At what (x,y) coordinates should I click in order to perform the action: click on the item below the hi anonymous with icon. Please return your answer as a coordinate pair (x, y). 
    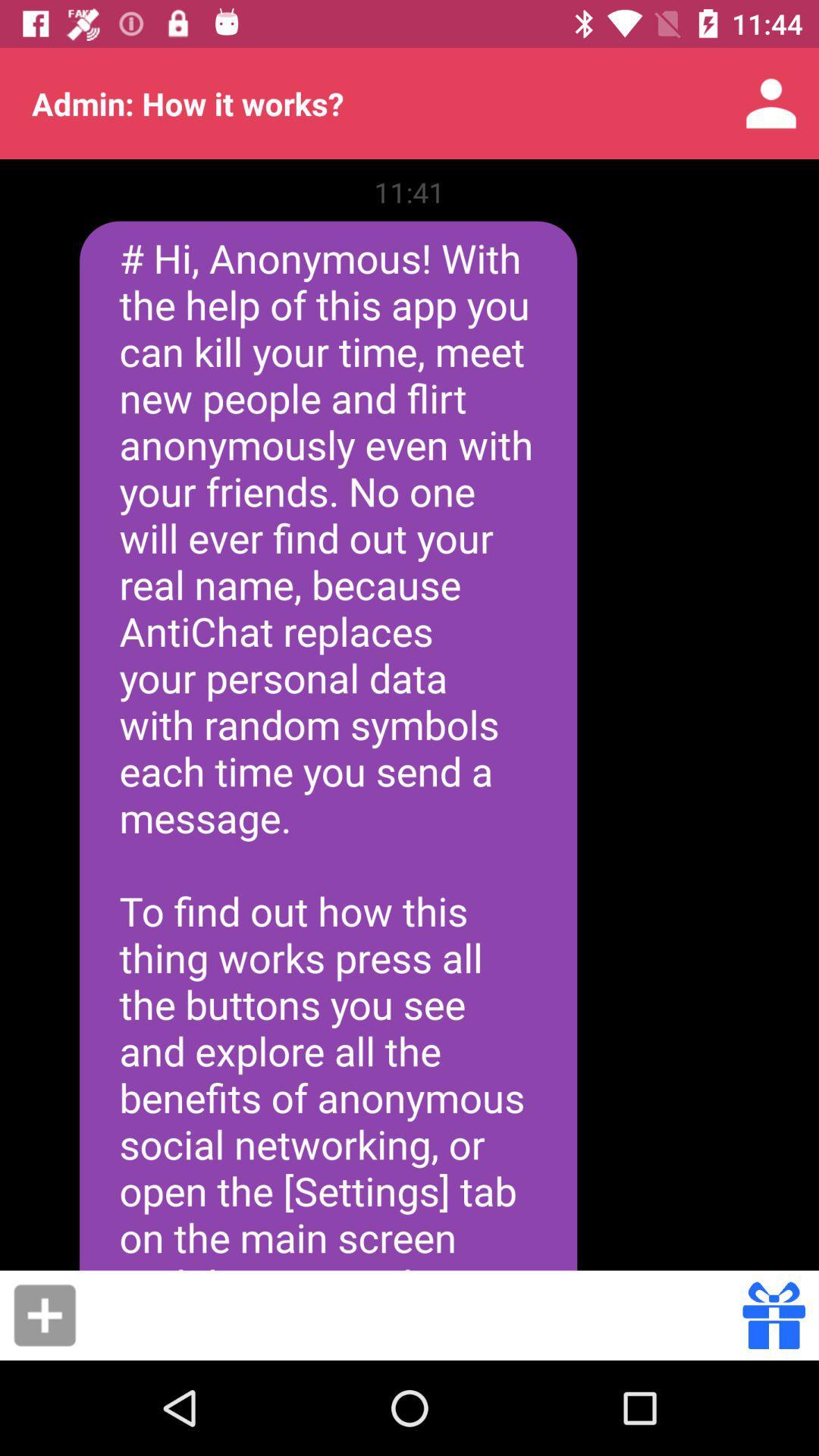
    Looking at the image, I should click on (44, 1314).